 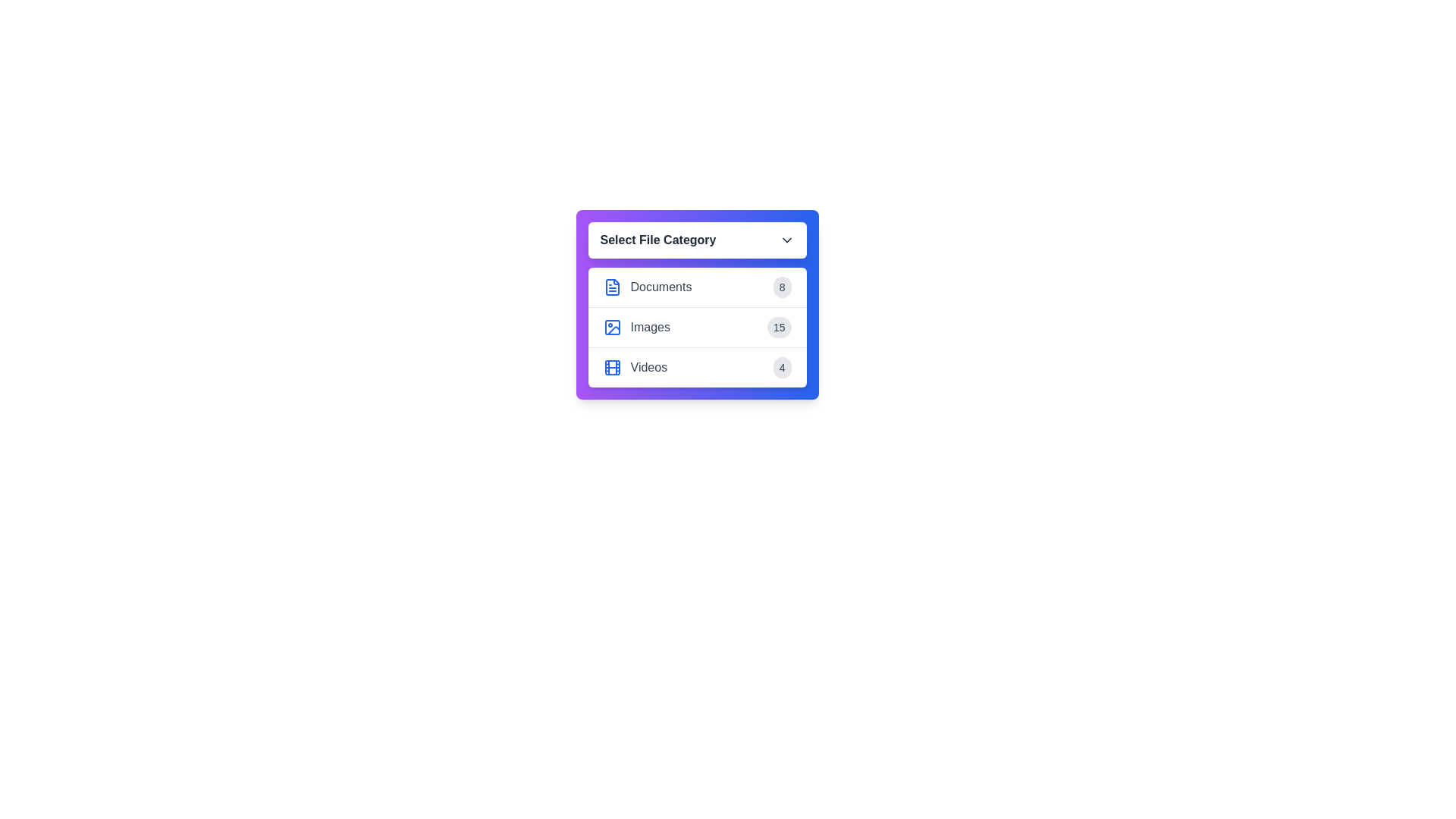 I want to click on value represented by the badge with the text '8', which is a small, pill-shaped badge located to the right of the 'Documents' label, so click(x=782, y=287).